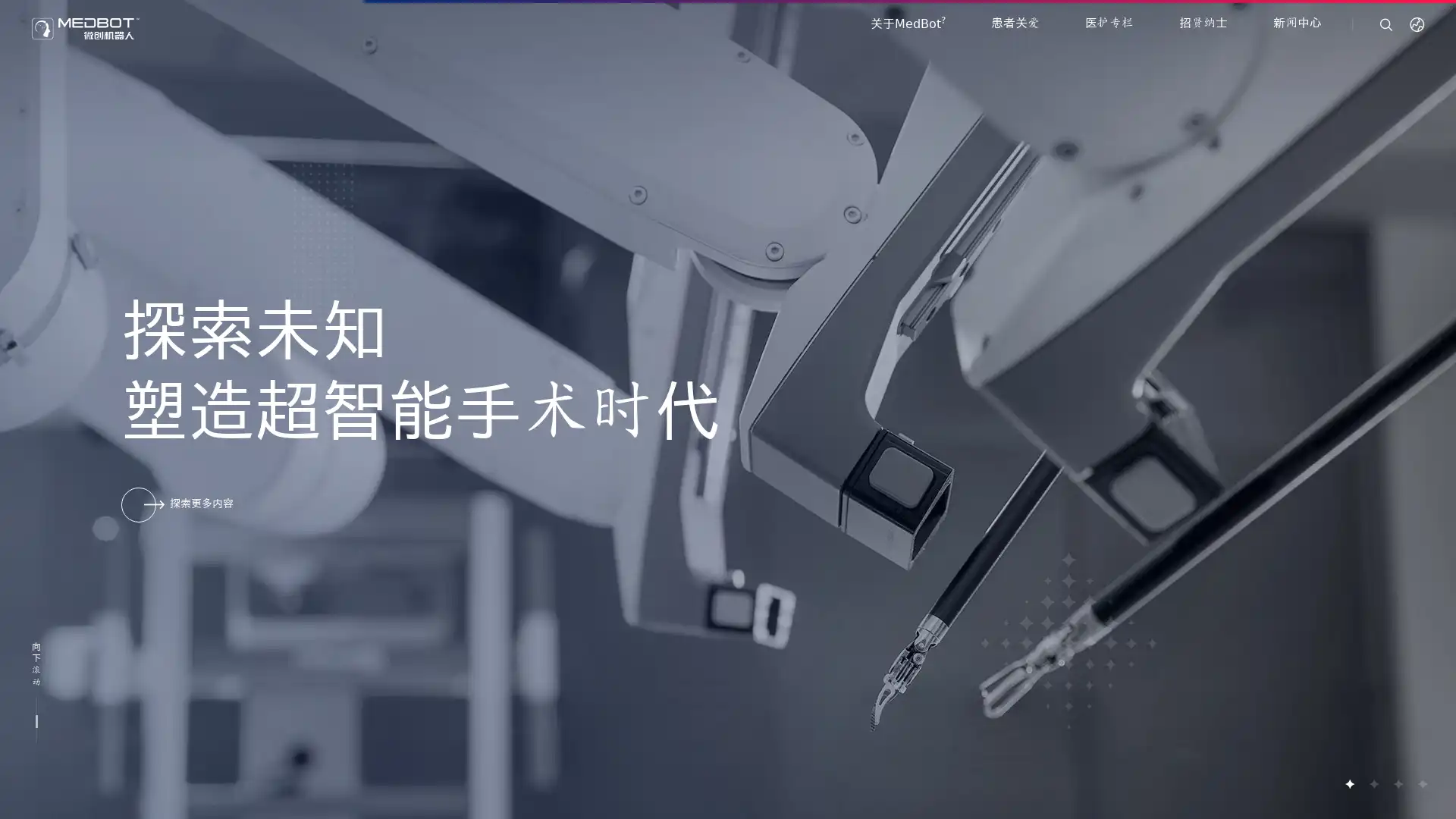  Describe the element at coordinates (1373, 783) in the screenshot. I see `Go to slide 2` at that location.